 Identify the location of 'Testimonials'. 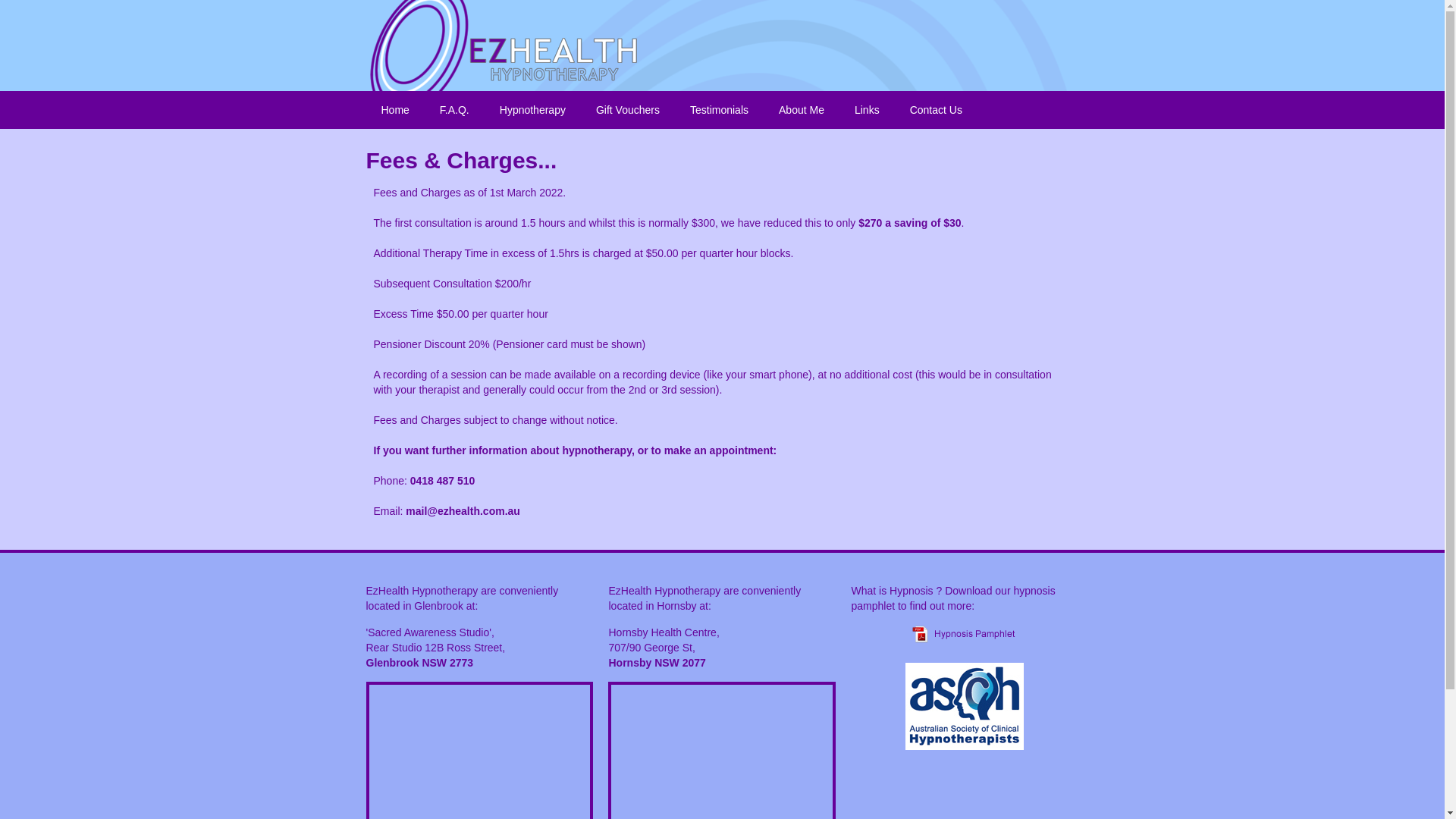
(718, 109).